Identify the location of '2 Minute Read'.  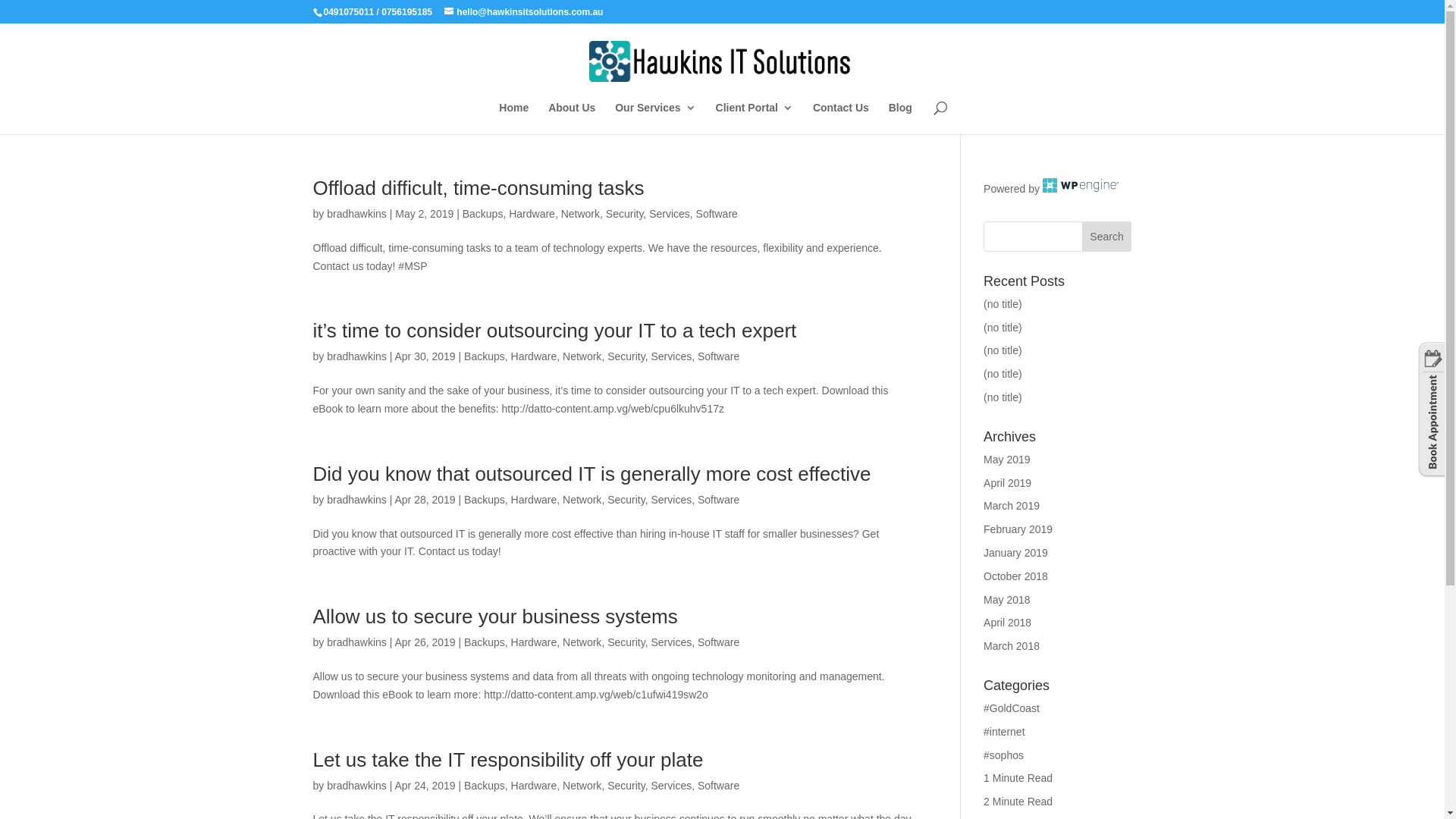
(983, 800).